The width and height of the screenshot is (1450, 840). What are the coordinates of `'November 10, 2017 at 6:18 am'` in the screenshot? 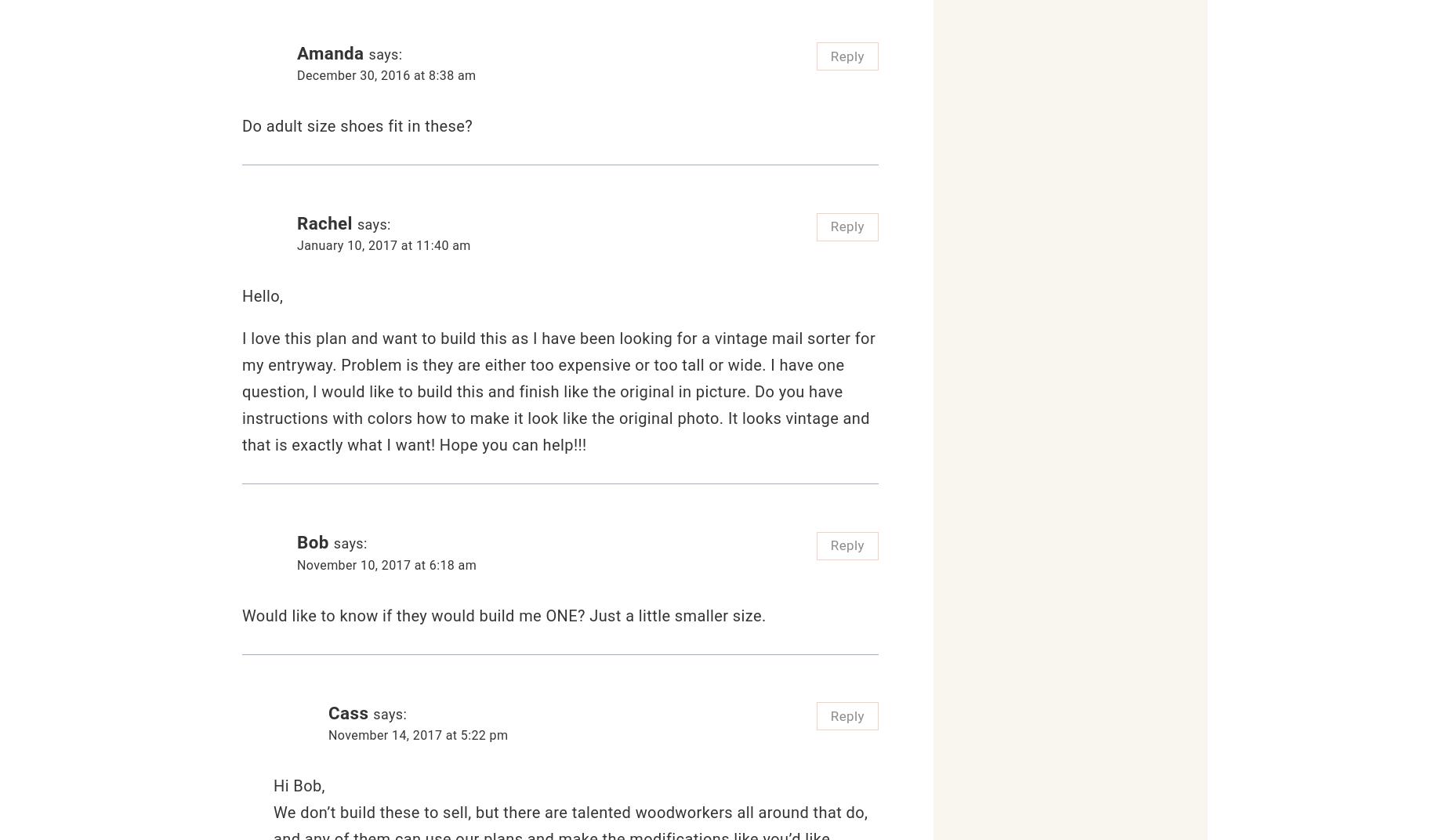 It's located at (386, 563).